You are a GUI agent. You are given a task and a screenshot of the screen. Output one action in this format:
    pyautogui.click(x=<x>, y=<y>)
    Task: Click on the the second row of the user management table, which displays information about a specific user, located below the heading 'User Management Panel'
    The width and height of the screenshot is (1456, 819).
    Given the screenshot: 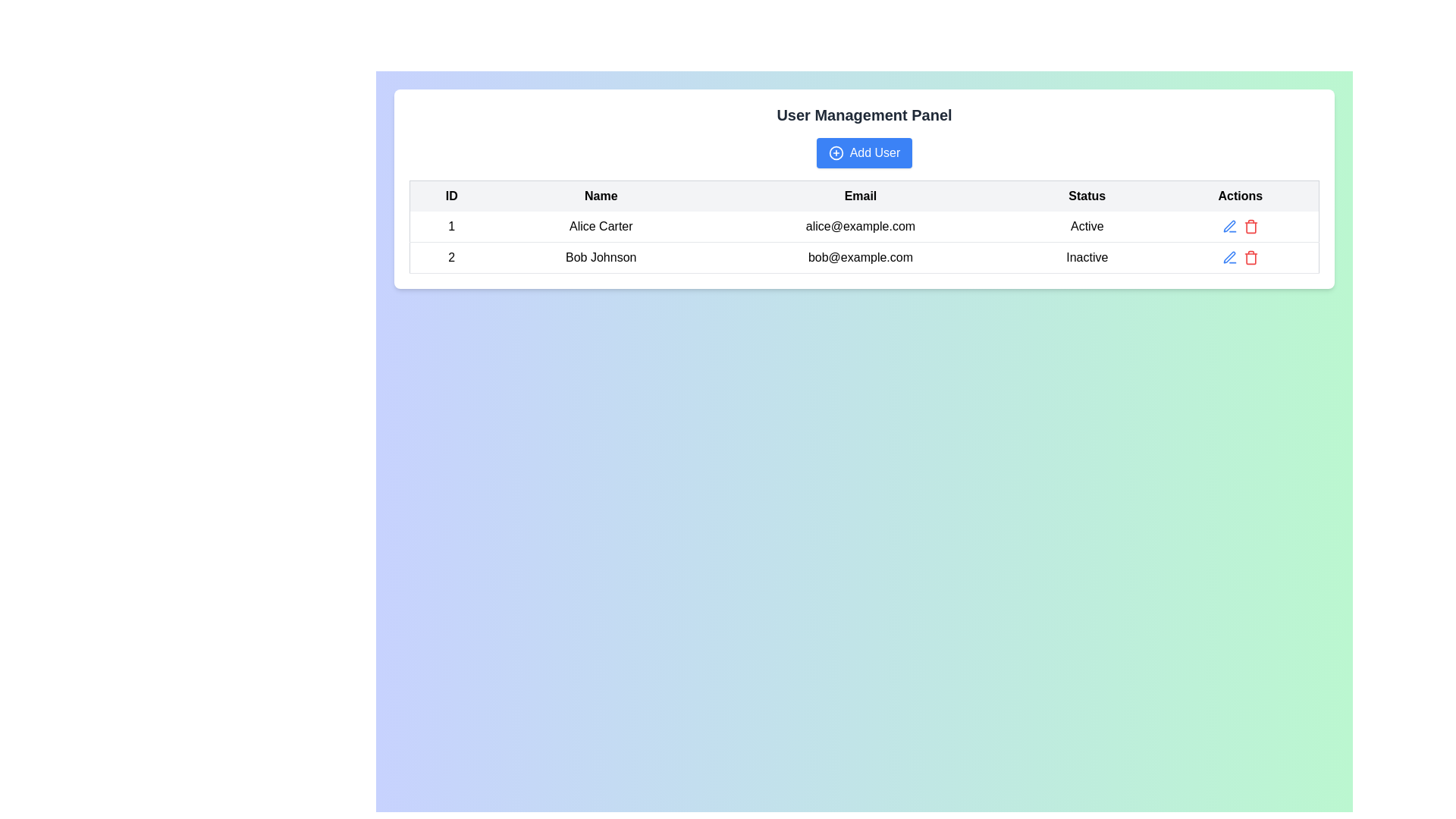 What is the action you would take?
    pyautogui.click(x=864, y=256)
    